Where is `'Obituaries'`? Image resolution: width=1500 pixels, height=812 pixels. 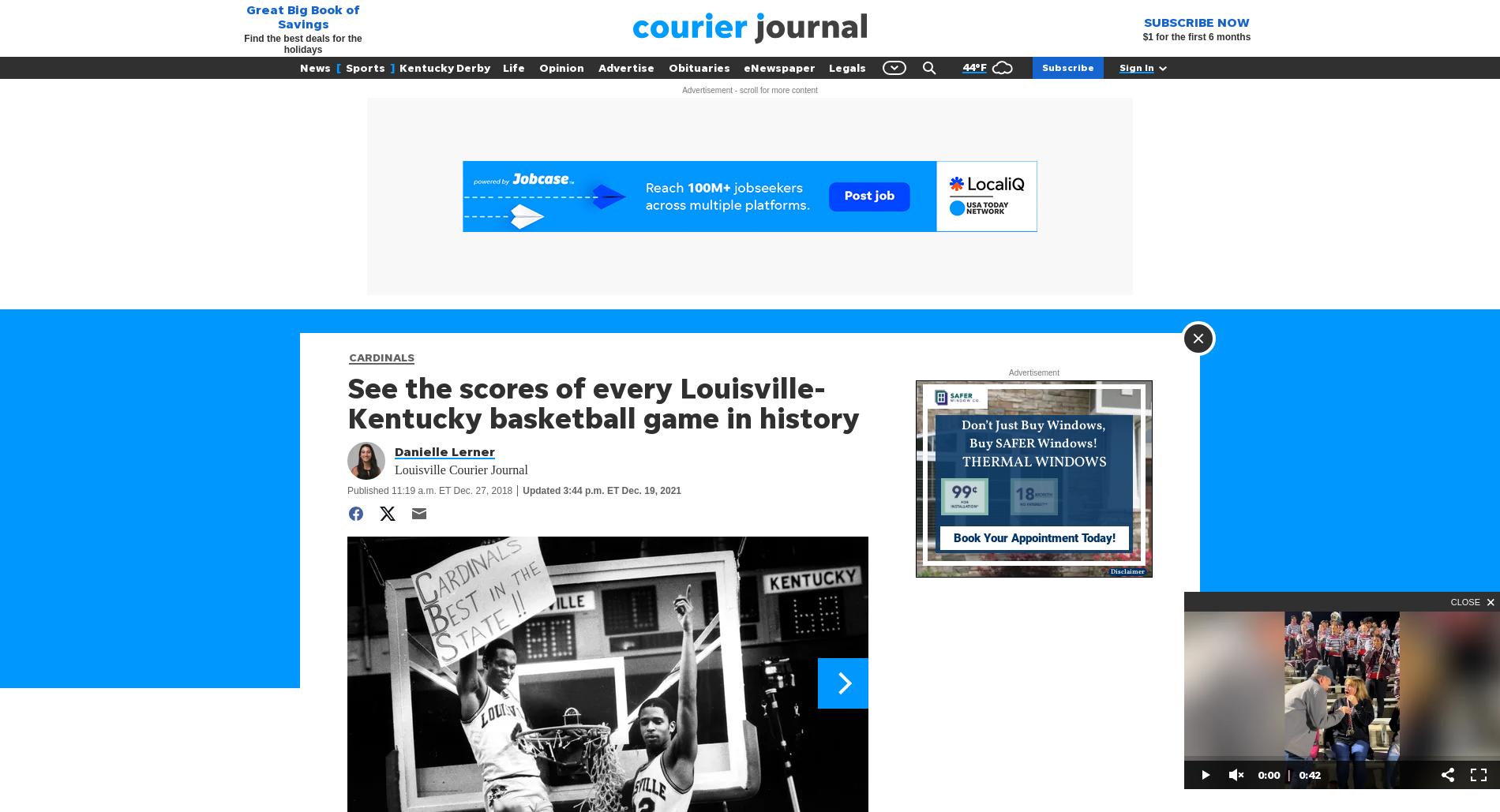
'Obituaries' is located at coordinates (698, 66).